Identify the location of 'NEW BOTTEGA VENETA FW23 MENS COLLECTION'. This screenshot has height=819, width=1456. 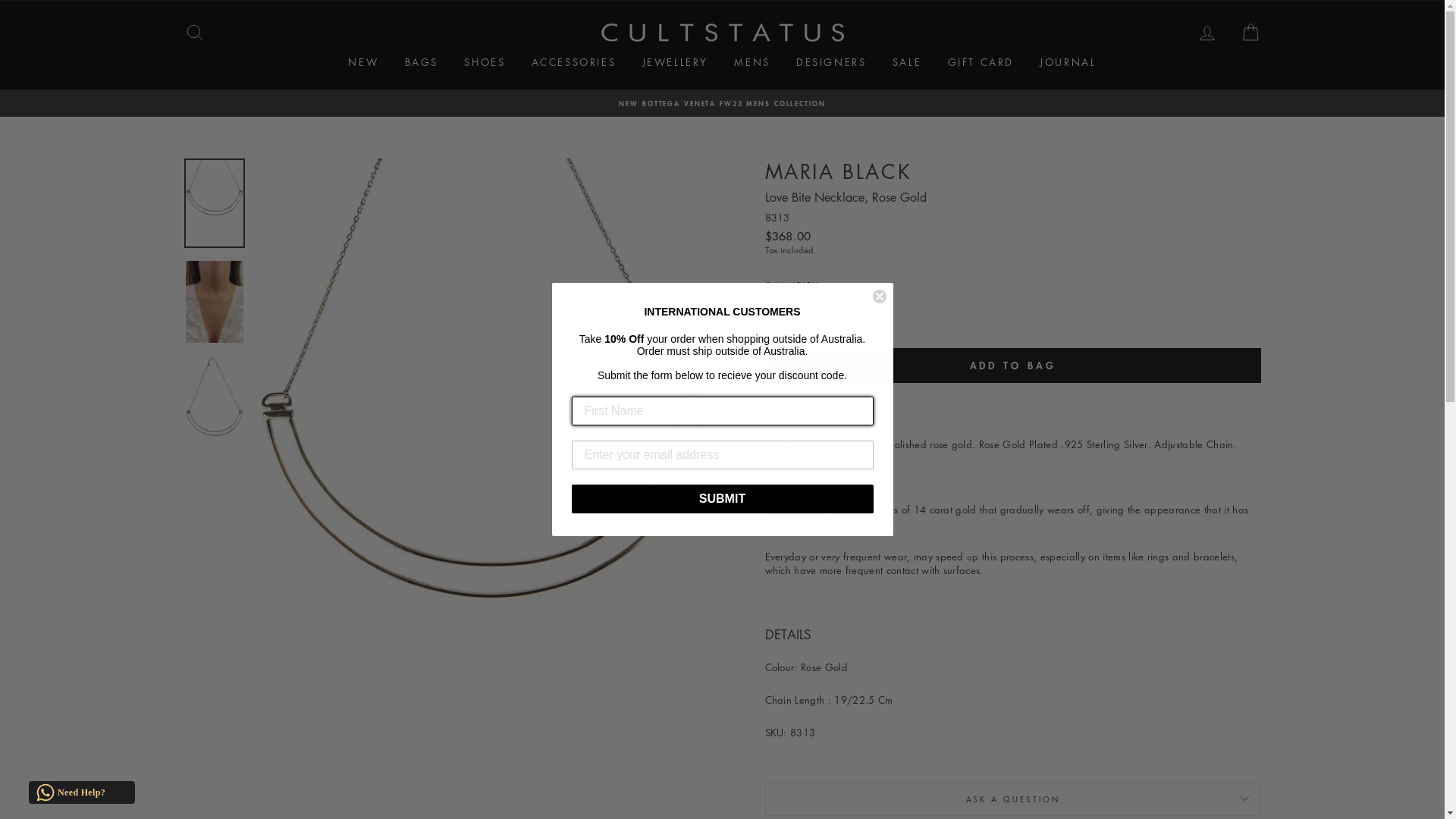
(722, 102).